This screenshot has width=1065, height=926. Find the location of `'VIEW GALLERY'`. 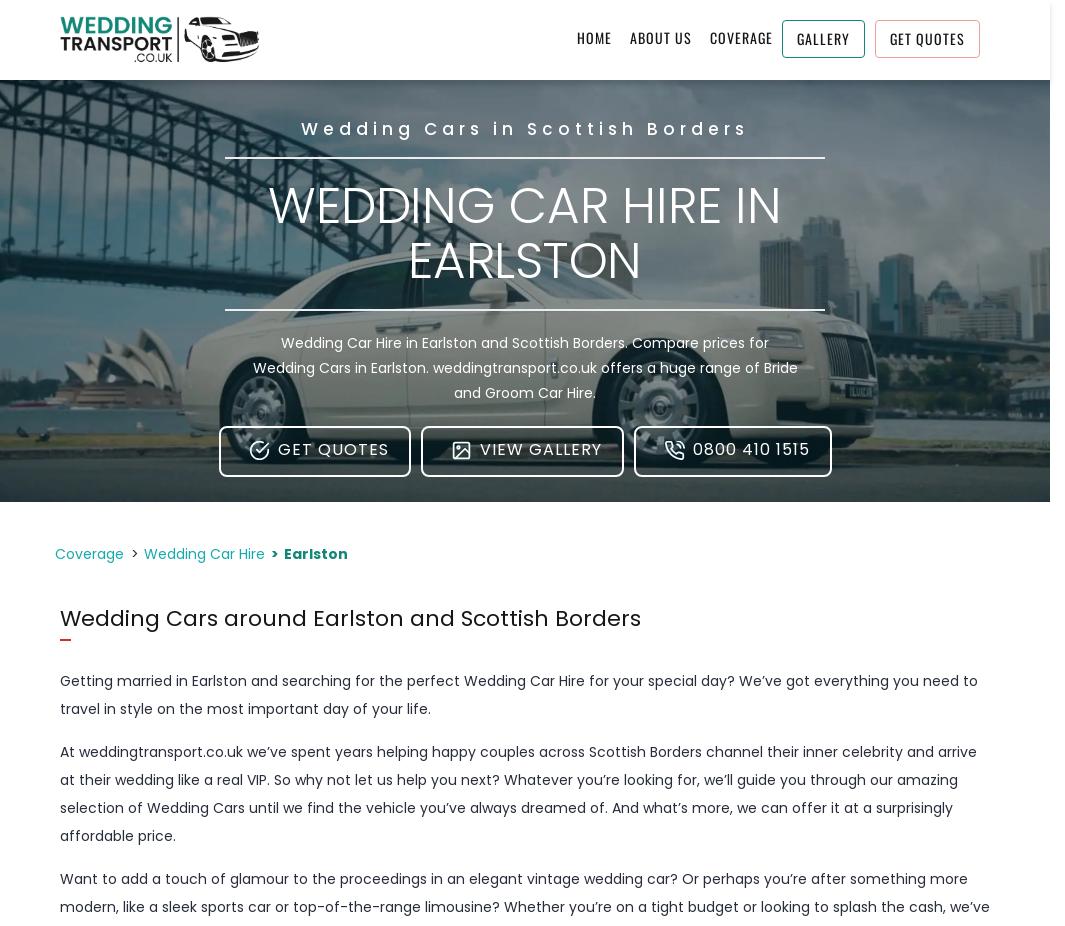

'VIEW GALLERY' is located at coordinates (539, 449).